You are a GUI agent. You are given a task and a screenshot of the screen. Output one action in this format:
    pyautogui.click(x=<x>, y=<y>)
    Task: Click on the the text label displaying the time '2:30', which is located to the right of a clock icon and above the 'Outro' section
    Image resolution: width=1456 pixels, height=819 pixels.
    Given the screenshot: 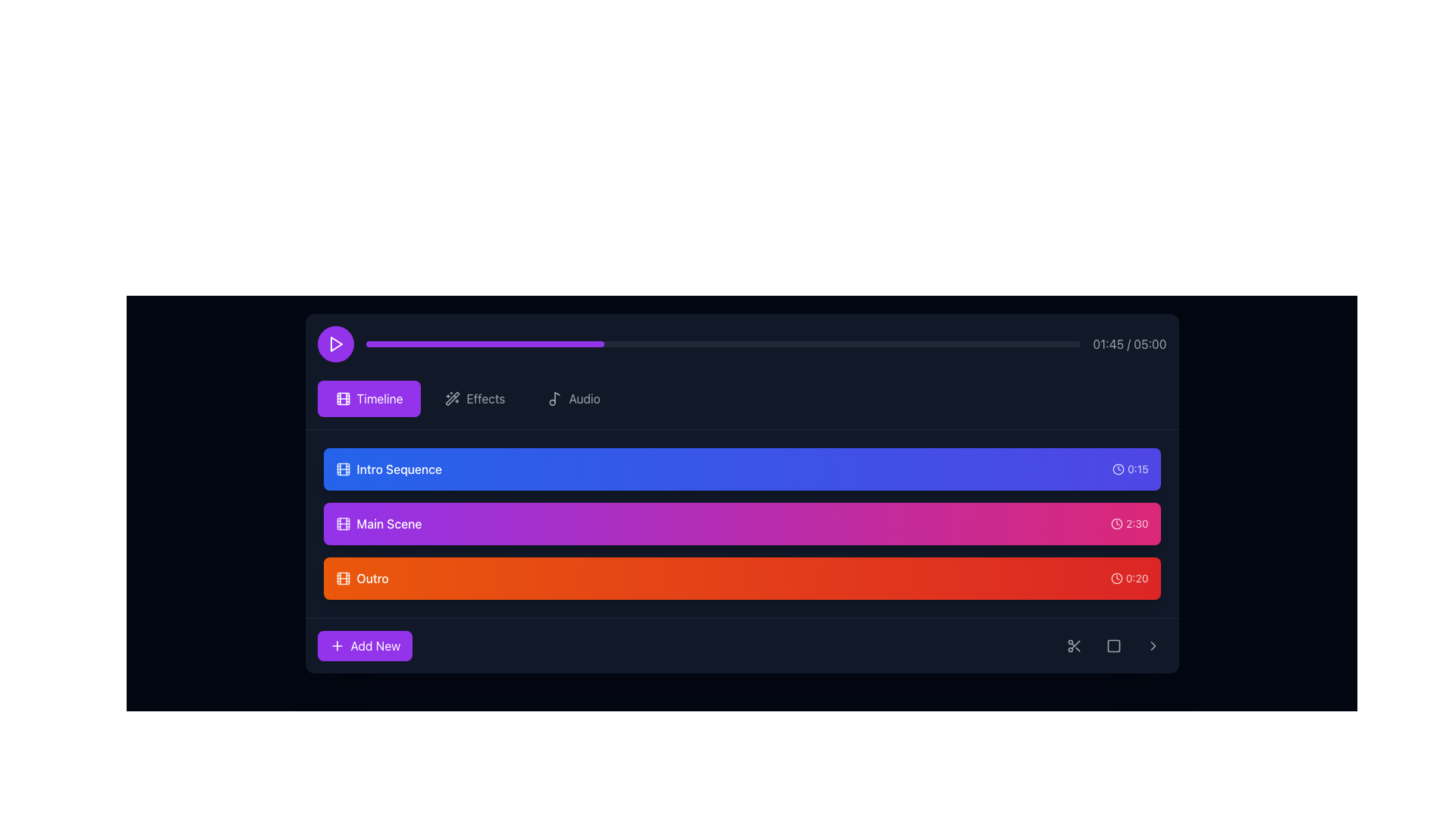 What is the action you would take?
    pyautogui.click(x=1137, y=522)
    